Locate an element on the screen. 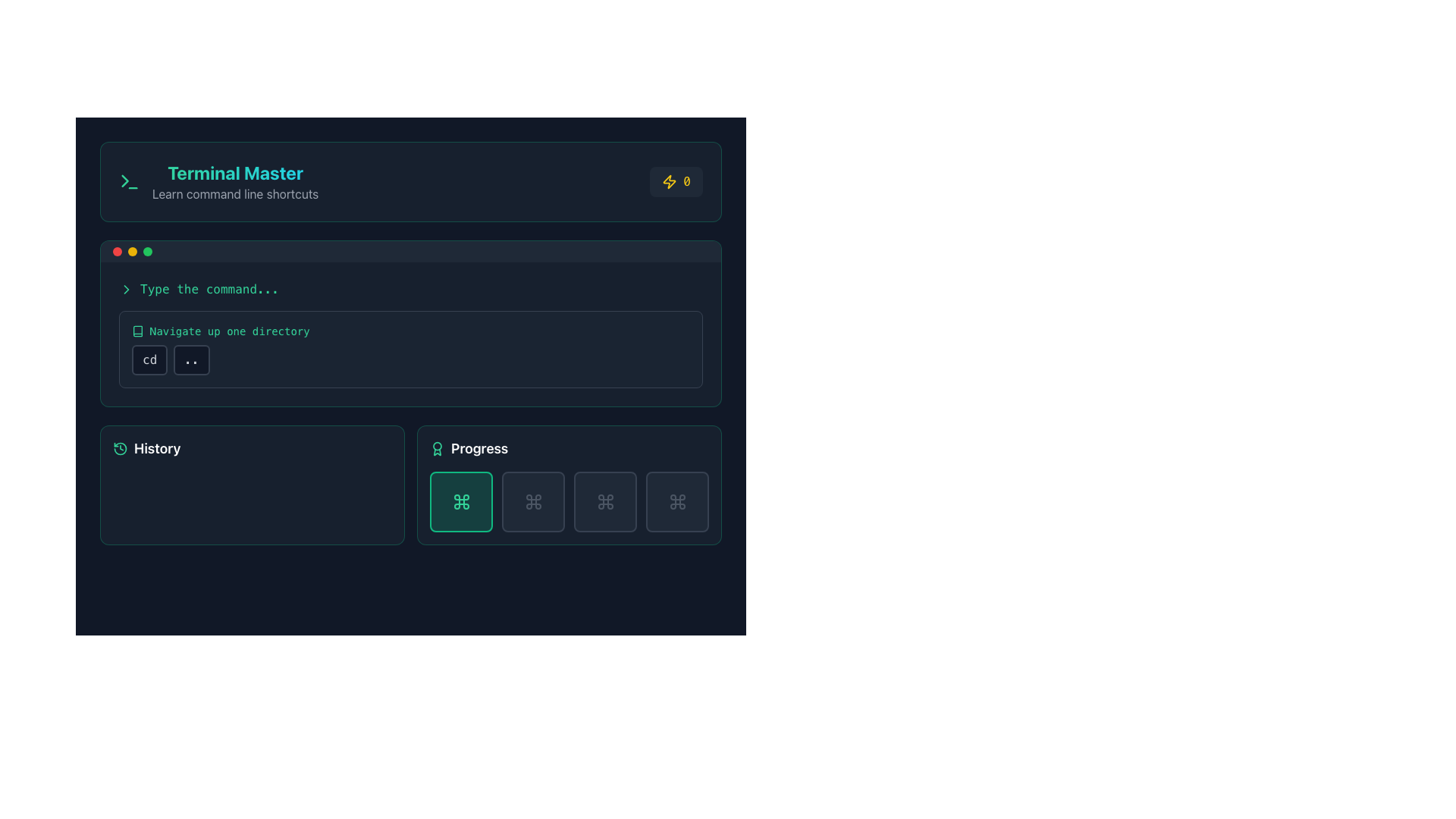 The width and height of the screenshot is (1456, 819). the rightward-pointing chevron icon styled with a thin stroke in a bright color, located before the text 'Type the command...' is located at coordinates (127, 289).